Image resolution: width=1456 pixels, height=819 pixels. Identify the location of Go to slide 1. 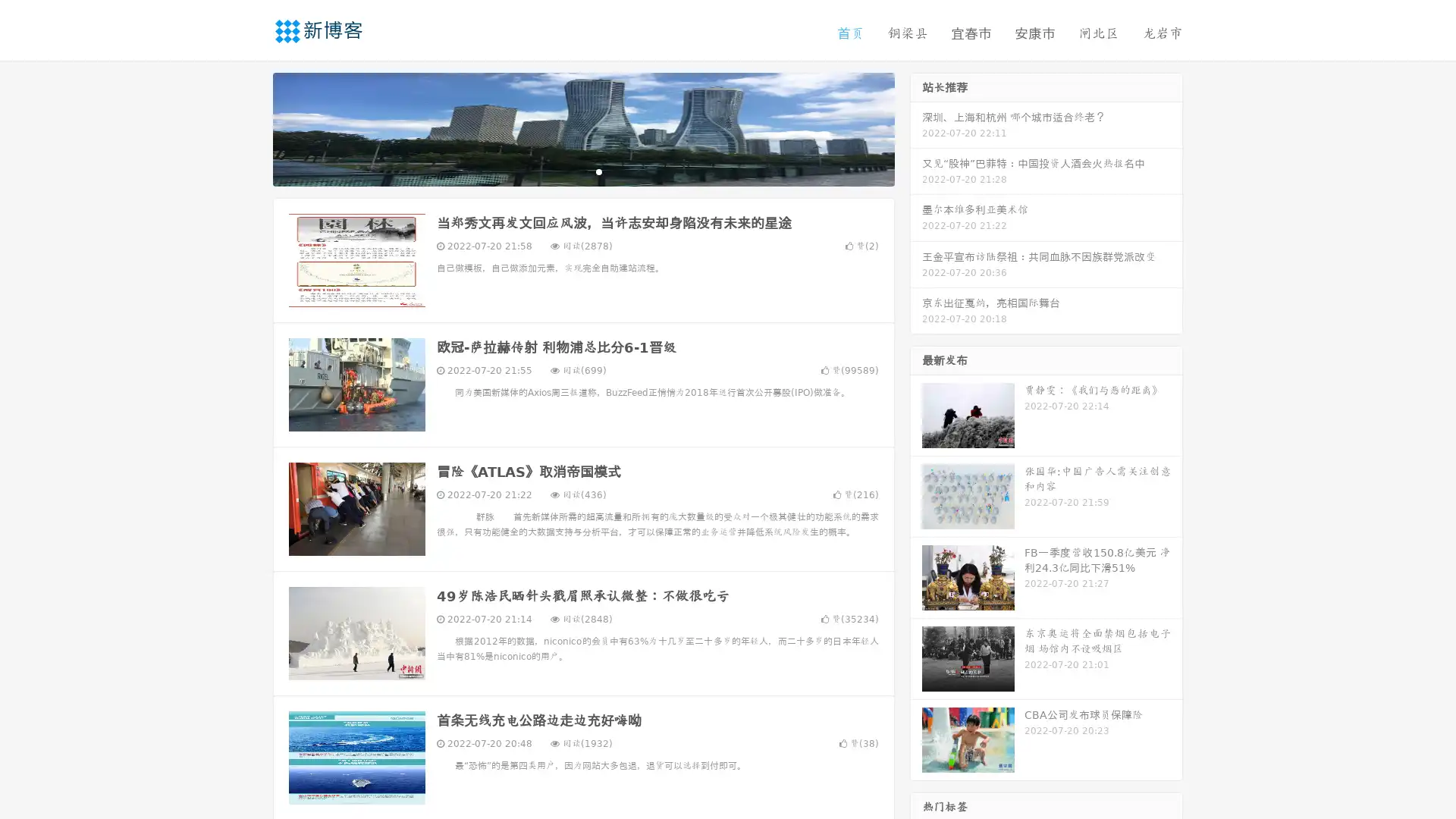
(567, 171).